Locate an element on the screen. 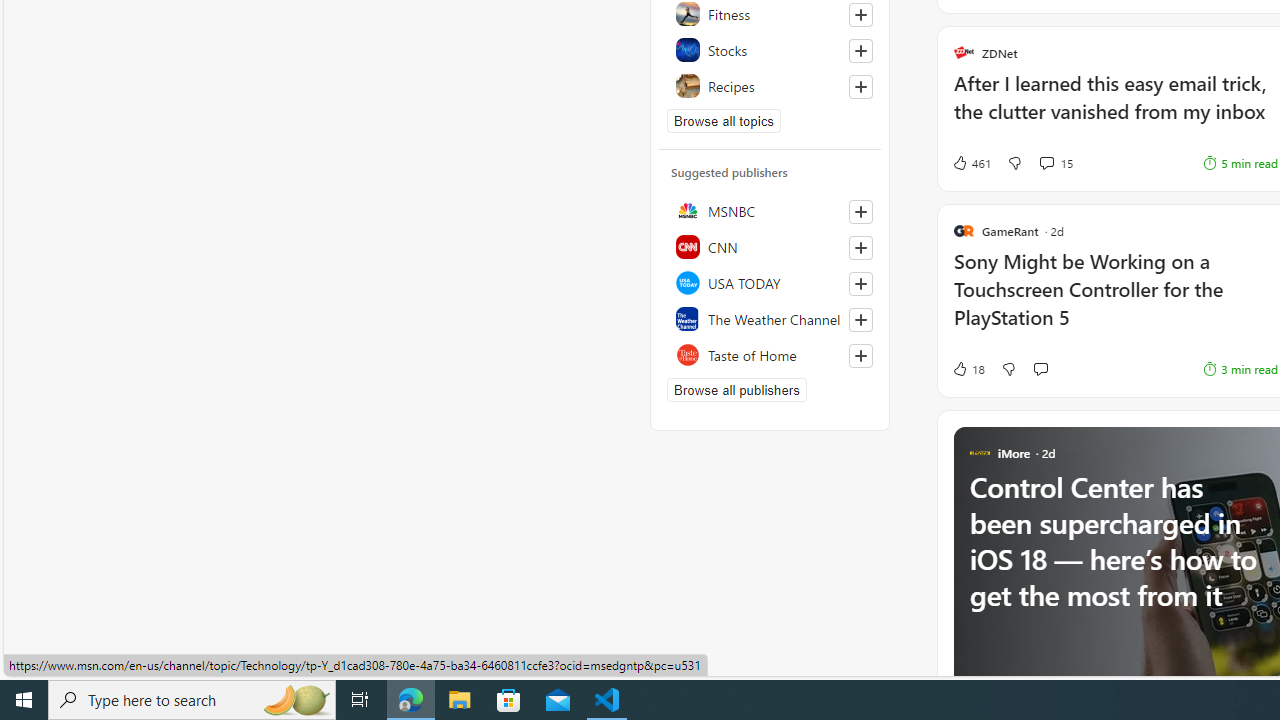 This screenshot has height=720, width=1280. 'View comments 15 Comment' is located at coordinates (1045, 162).